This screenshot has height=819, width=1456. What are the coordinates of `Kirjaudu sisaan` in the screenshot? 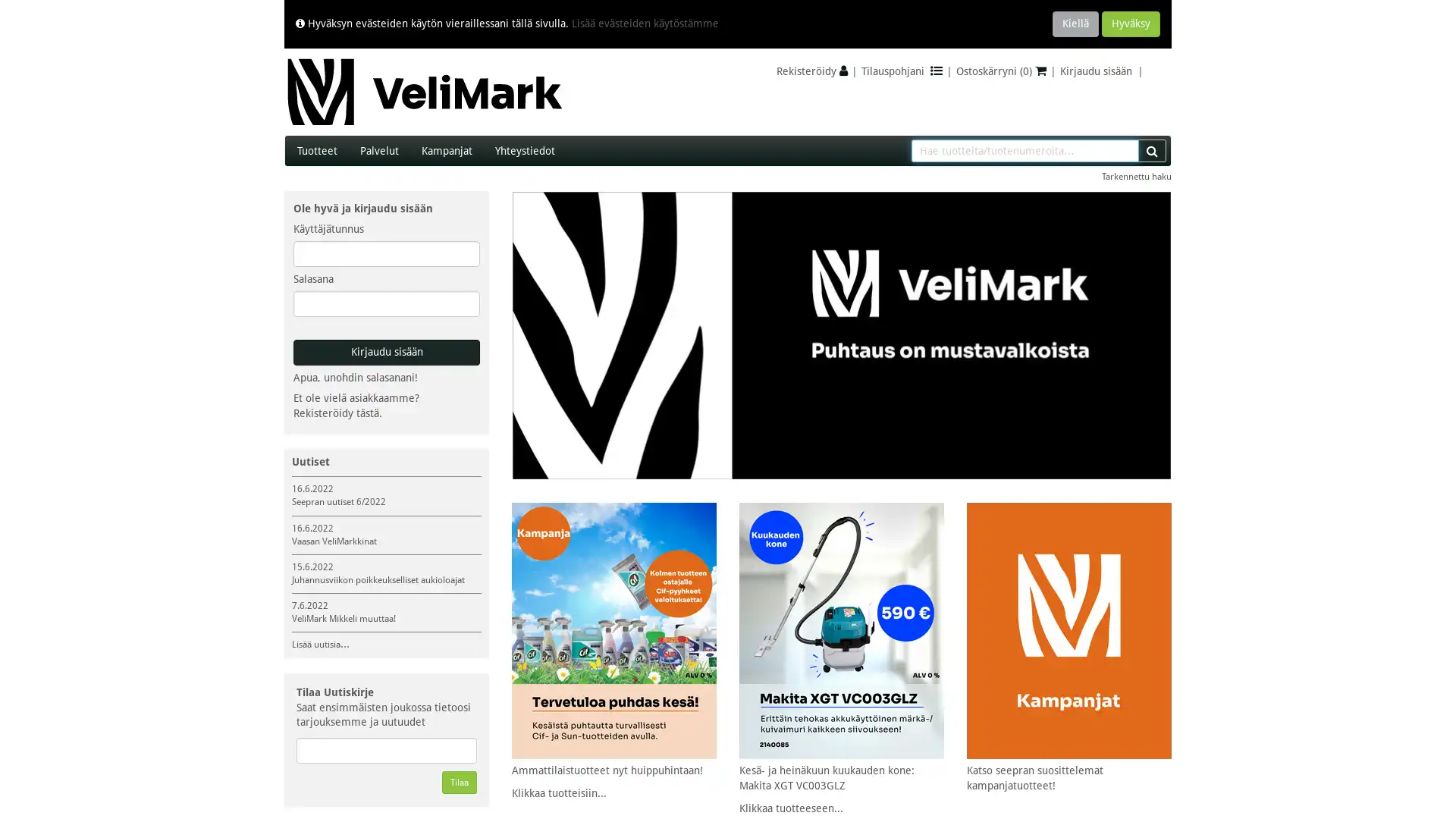 It's located at (386, 353).